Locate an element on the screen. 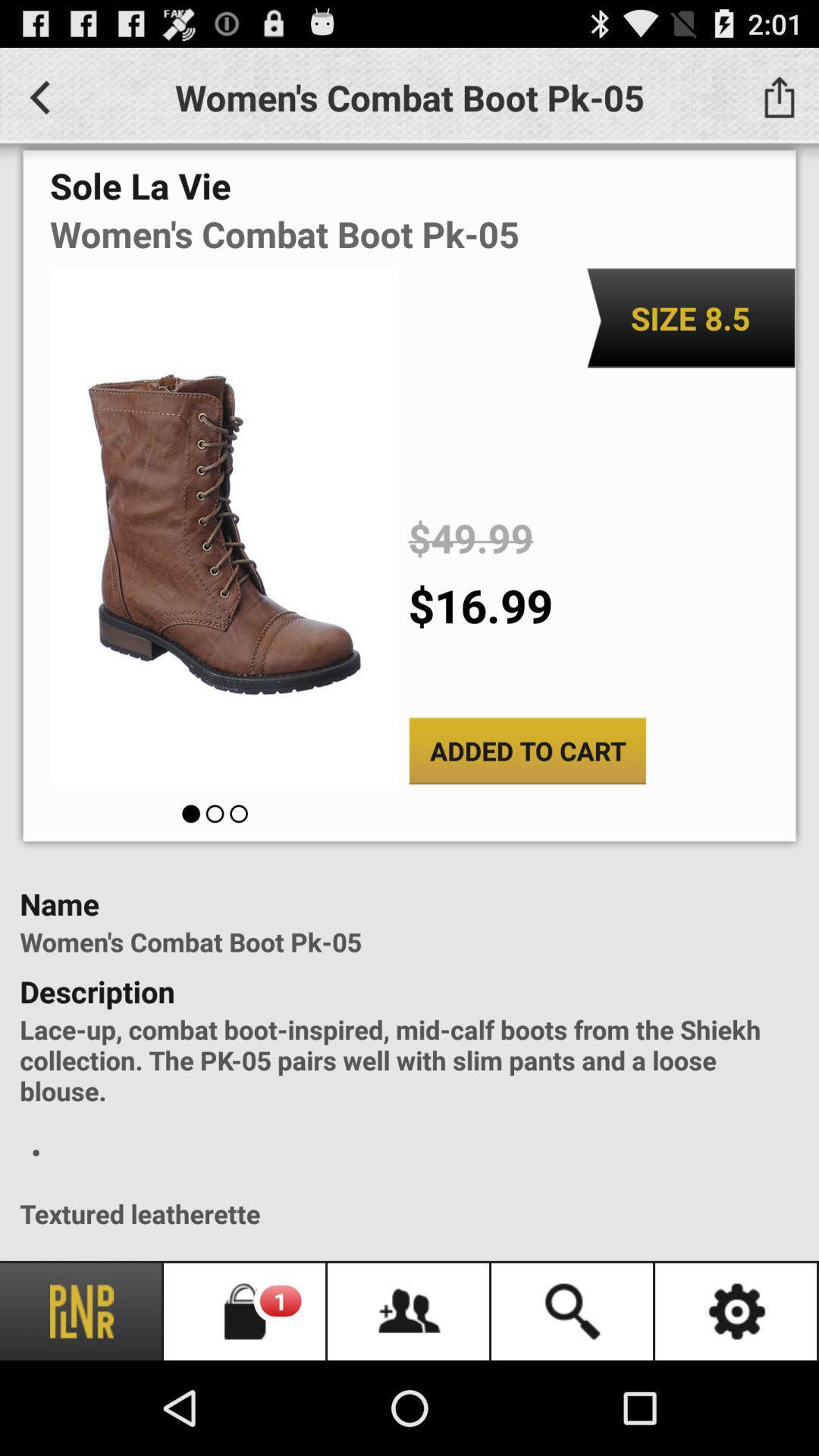 This screenshot has width=819, height=1456. item above the name item is located at coordinates (526, 751).